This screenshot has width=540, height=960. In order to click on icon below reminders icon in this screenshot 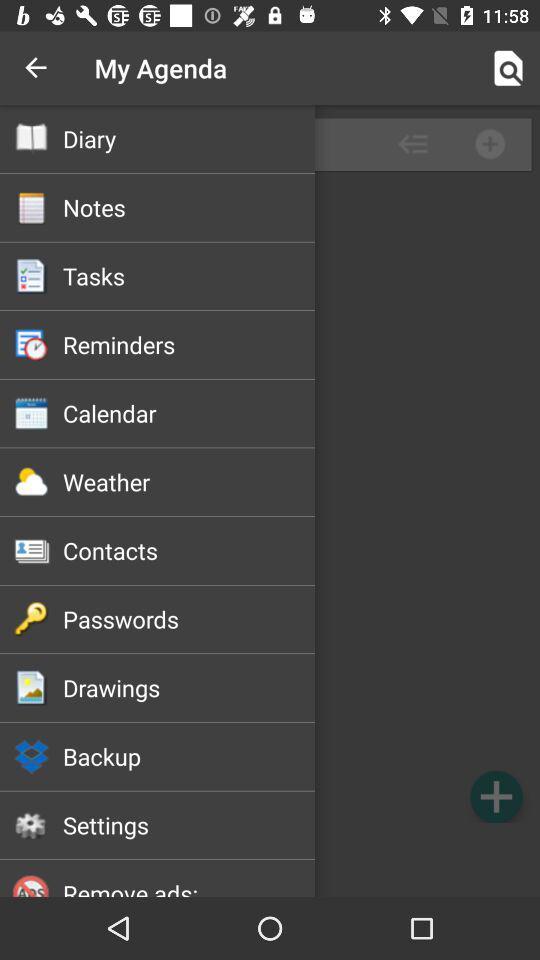, I will do `click(189, 412)`.